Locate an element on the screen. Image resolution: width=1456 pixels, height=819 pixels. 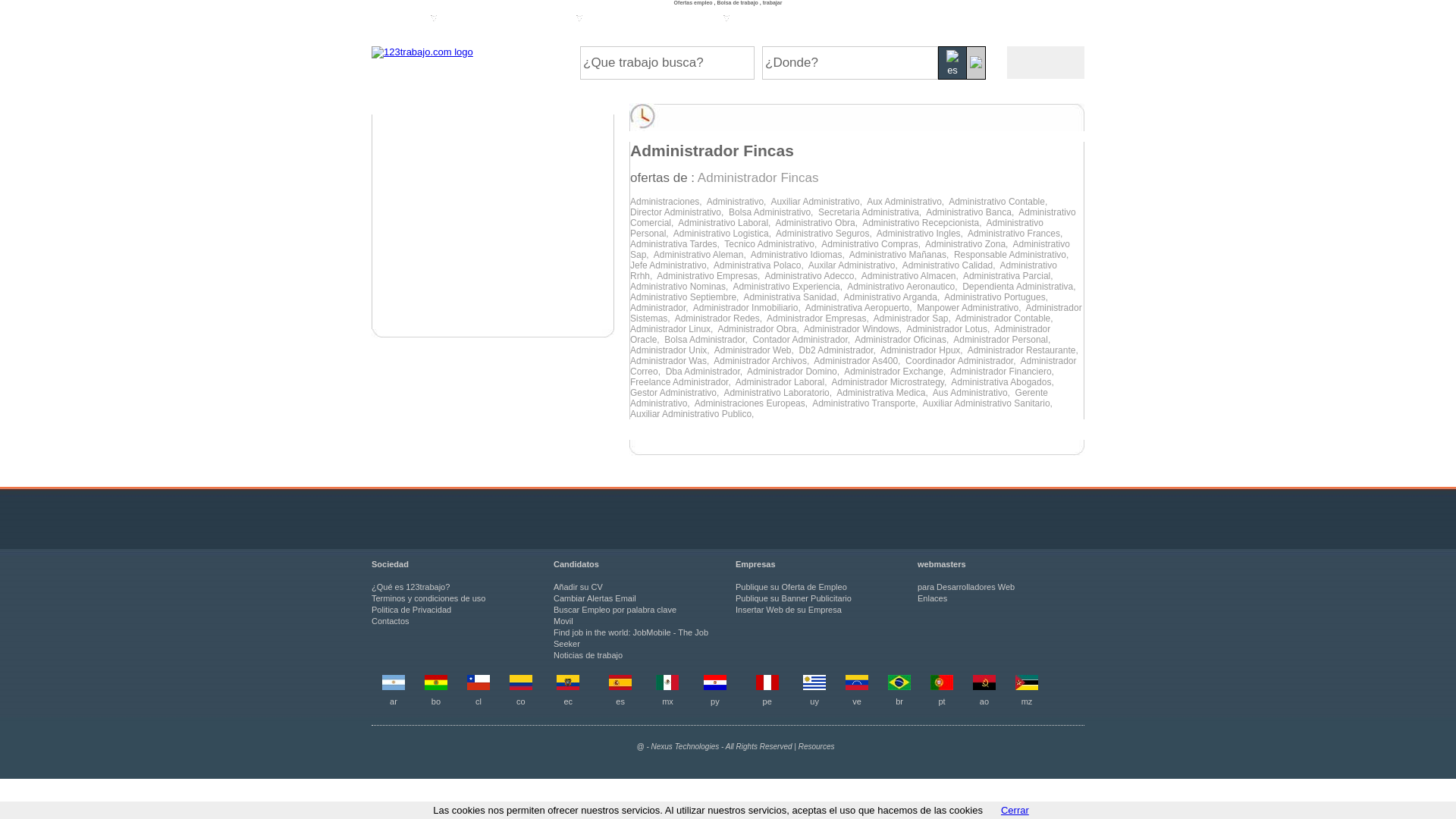
'Administrador Financiero, ' is located at coordinates (1003, 371).